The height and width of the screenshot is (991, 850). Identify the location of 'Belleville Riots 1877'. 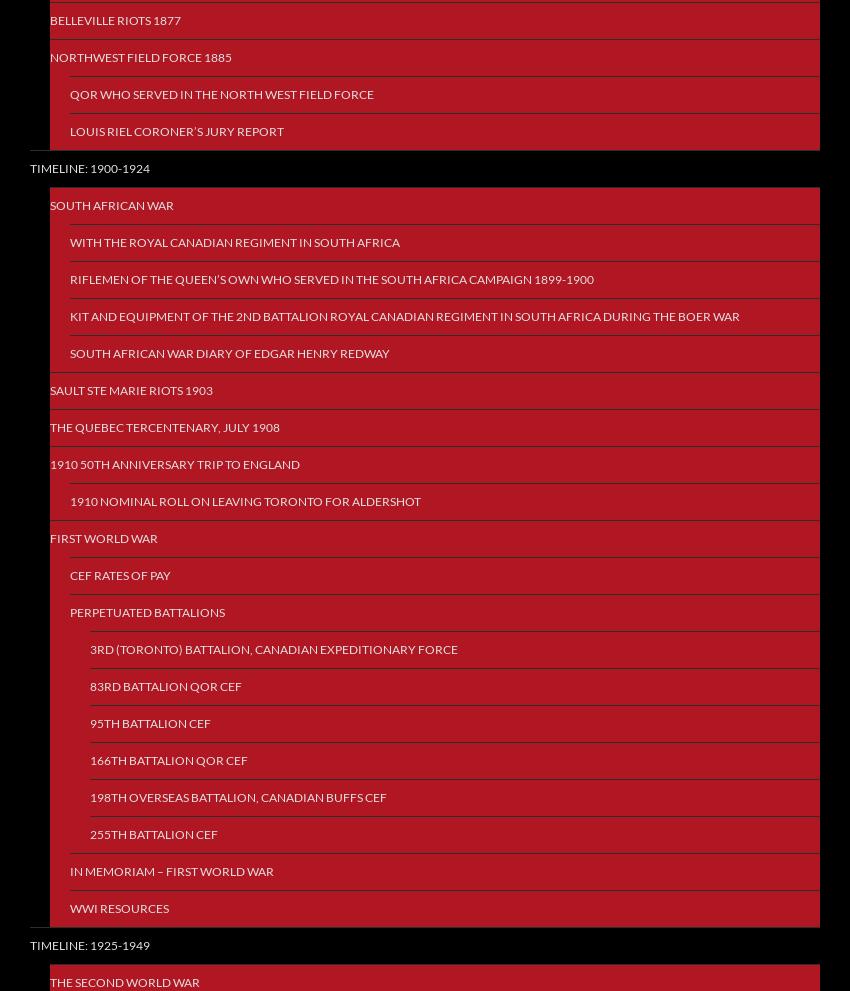
(114, 19).